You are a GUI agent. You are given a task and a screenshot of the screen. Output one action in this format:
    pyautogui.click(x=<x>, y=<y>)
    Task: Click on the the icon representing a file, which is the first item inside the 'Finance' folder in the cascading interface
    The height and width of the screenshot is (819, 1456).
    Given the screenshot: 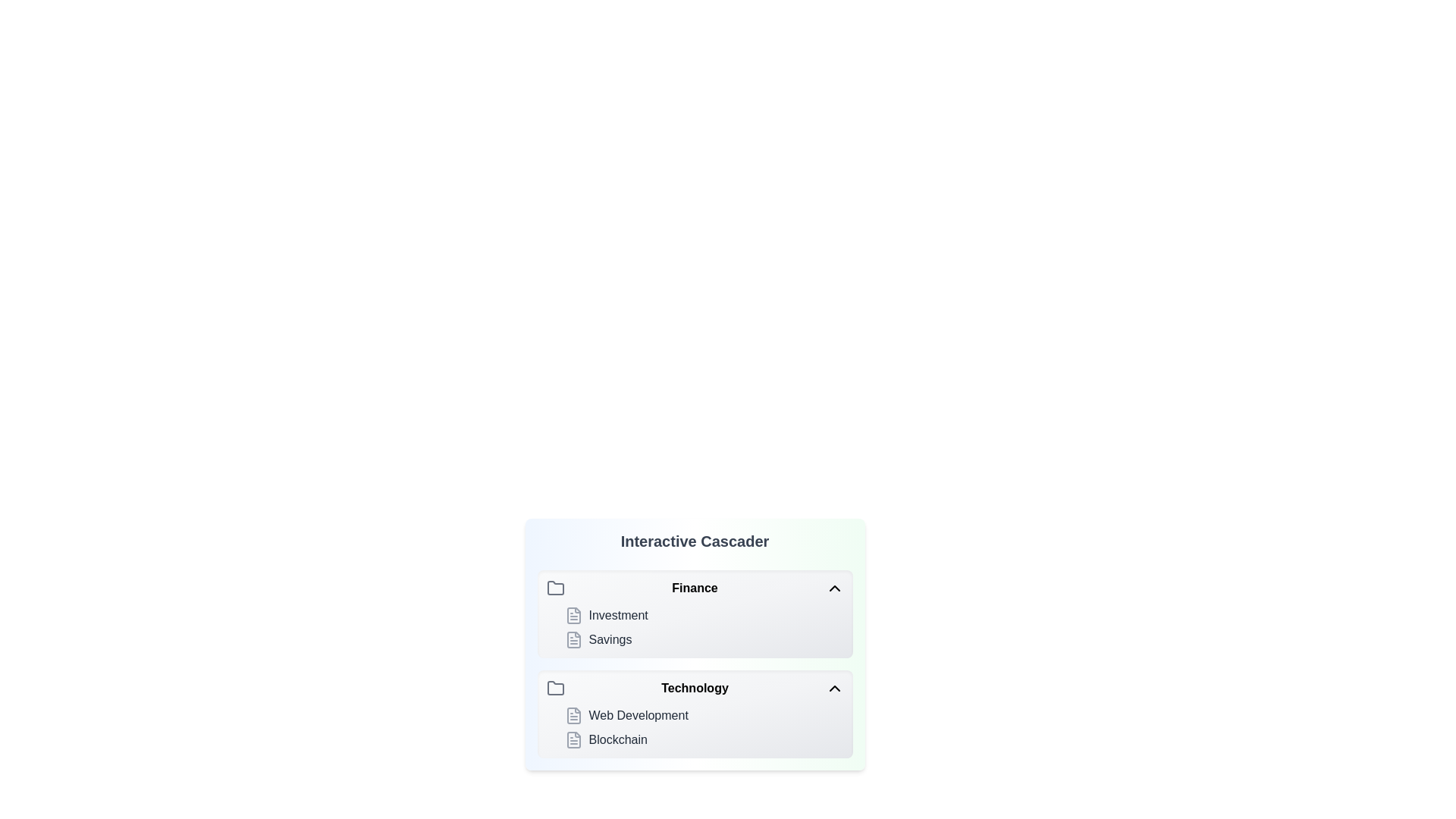 What is the action you would take?
    pyautogui.click(x=573, y=616)
    